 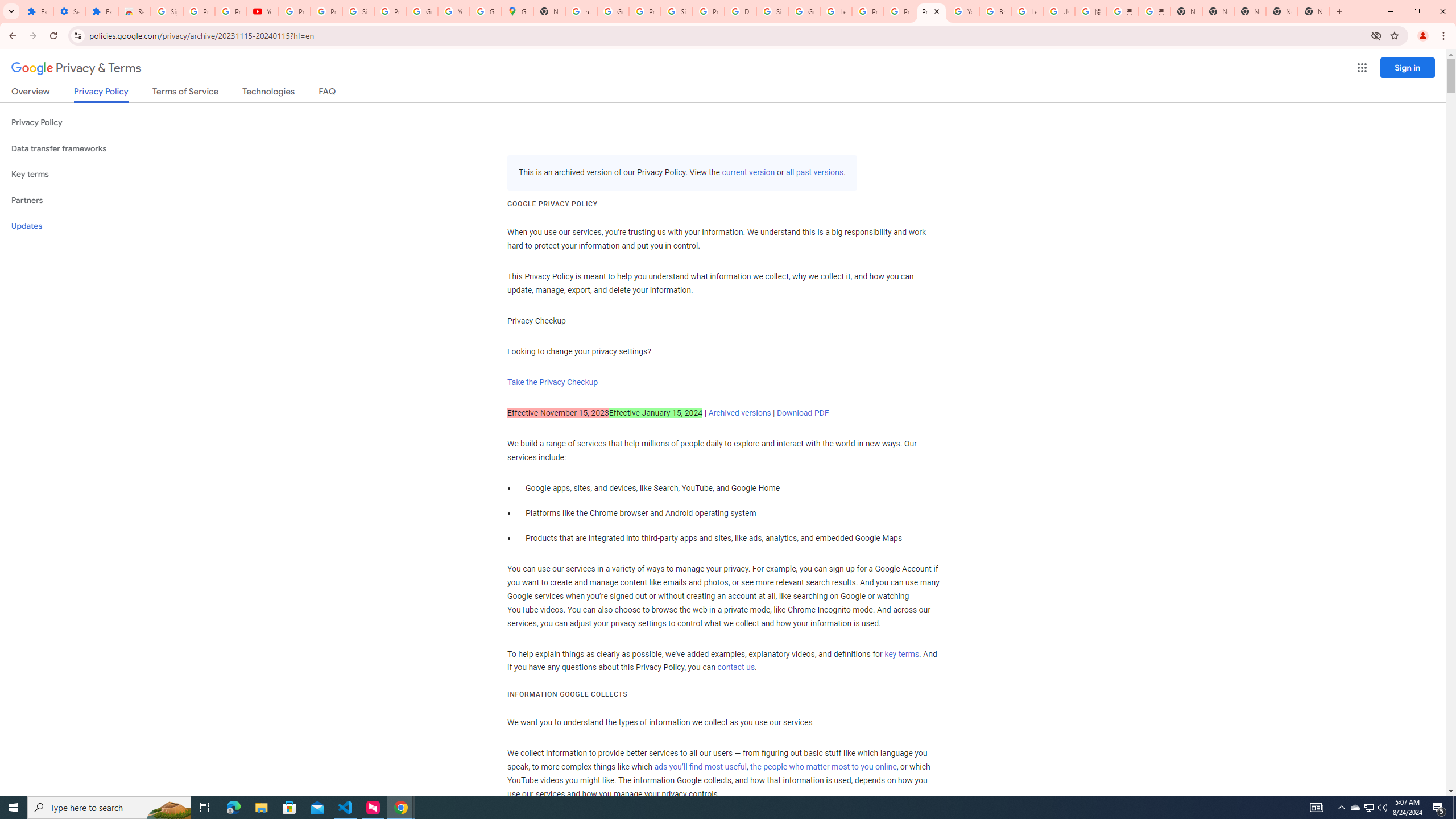 I want to click on 'Privacy Help Center - Policies Help', so click(x=899, y=11).